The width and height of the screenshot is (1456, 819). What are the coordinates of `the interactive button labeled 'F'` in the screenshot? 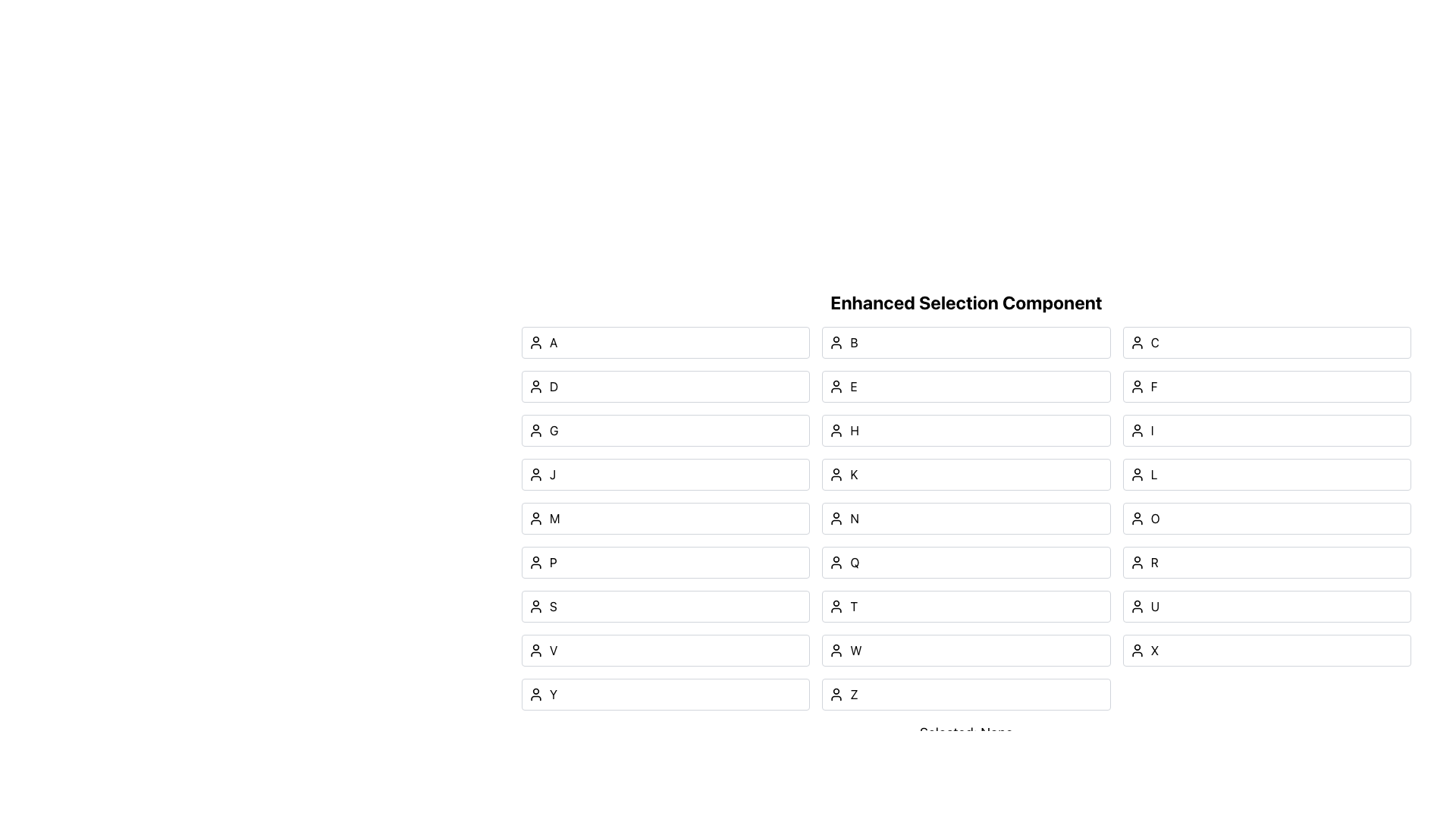 It's located at (1266, 385).